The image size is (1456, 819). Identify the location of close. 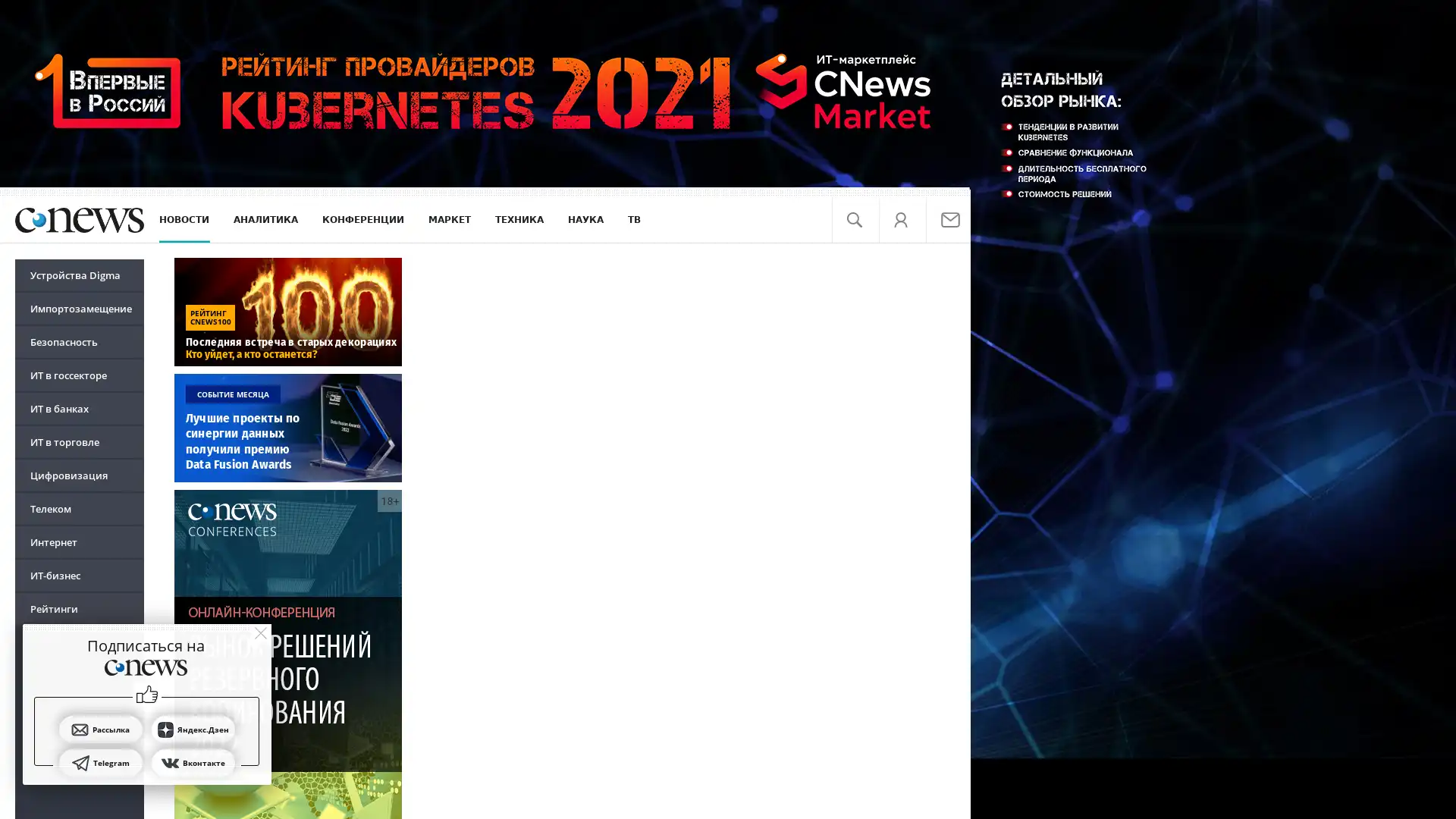
(261, 634).